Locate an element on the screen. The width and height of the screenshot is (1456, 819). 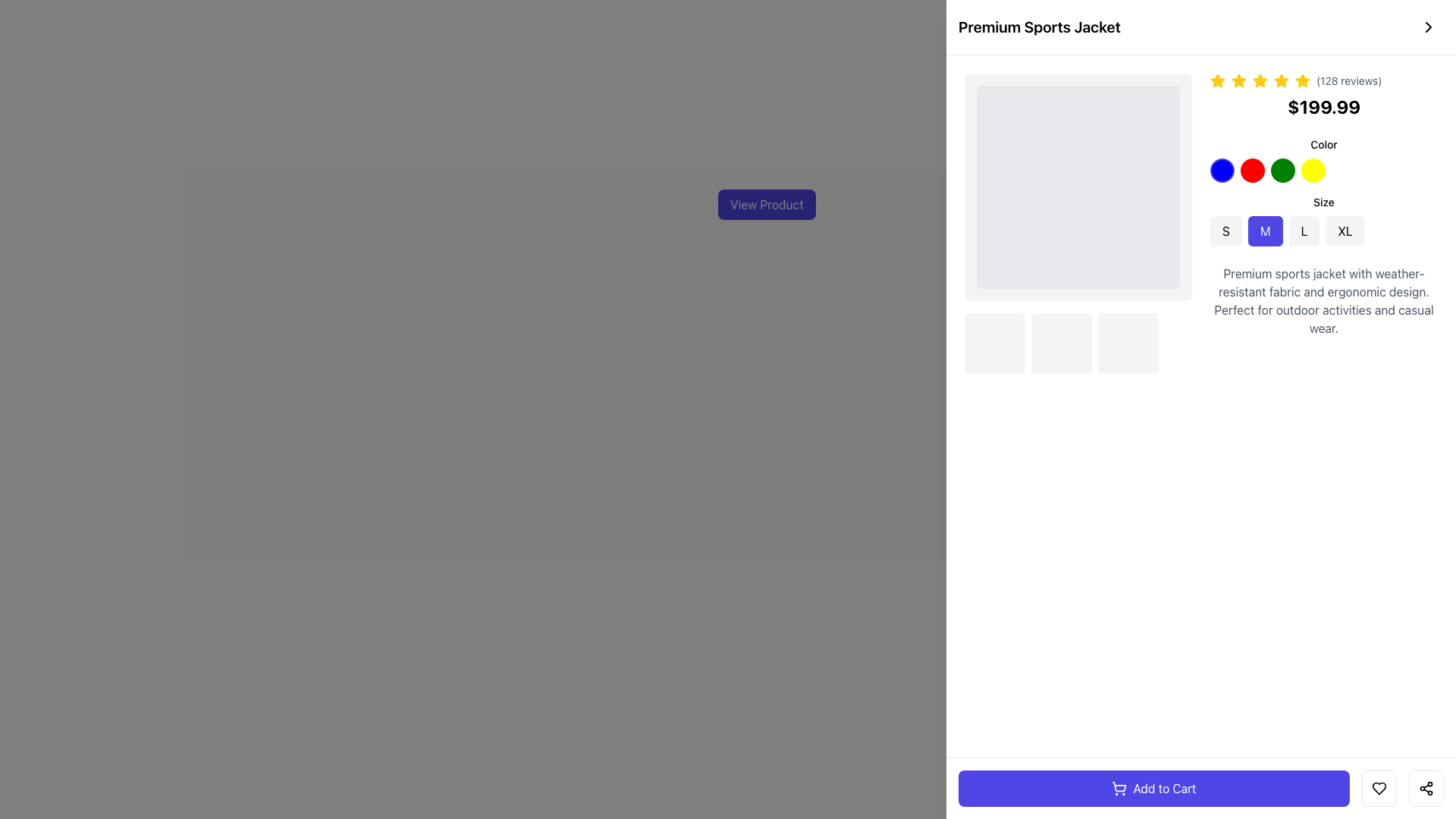
the text label reading 'Premium Sports Jacket', which is styled in a bold, large font size and located at the top-left corner of the product details page is located at coordinates (1038, 27).